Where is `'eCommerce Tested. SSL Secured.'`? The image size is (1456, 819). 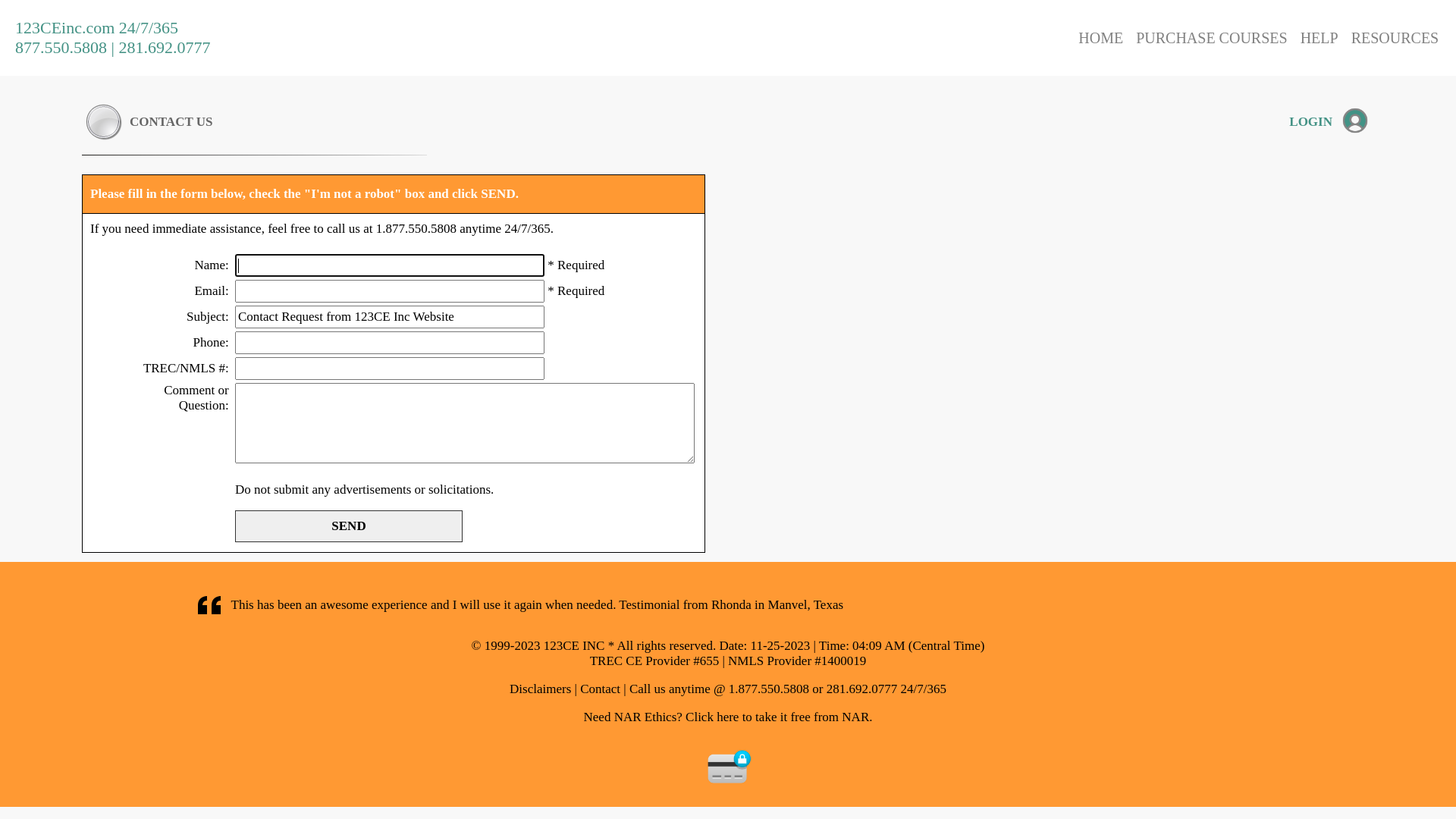 'eCommerce Tested. SSL Secured.' is located at coordinates (729, 766).